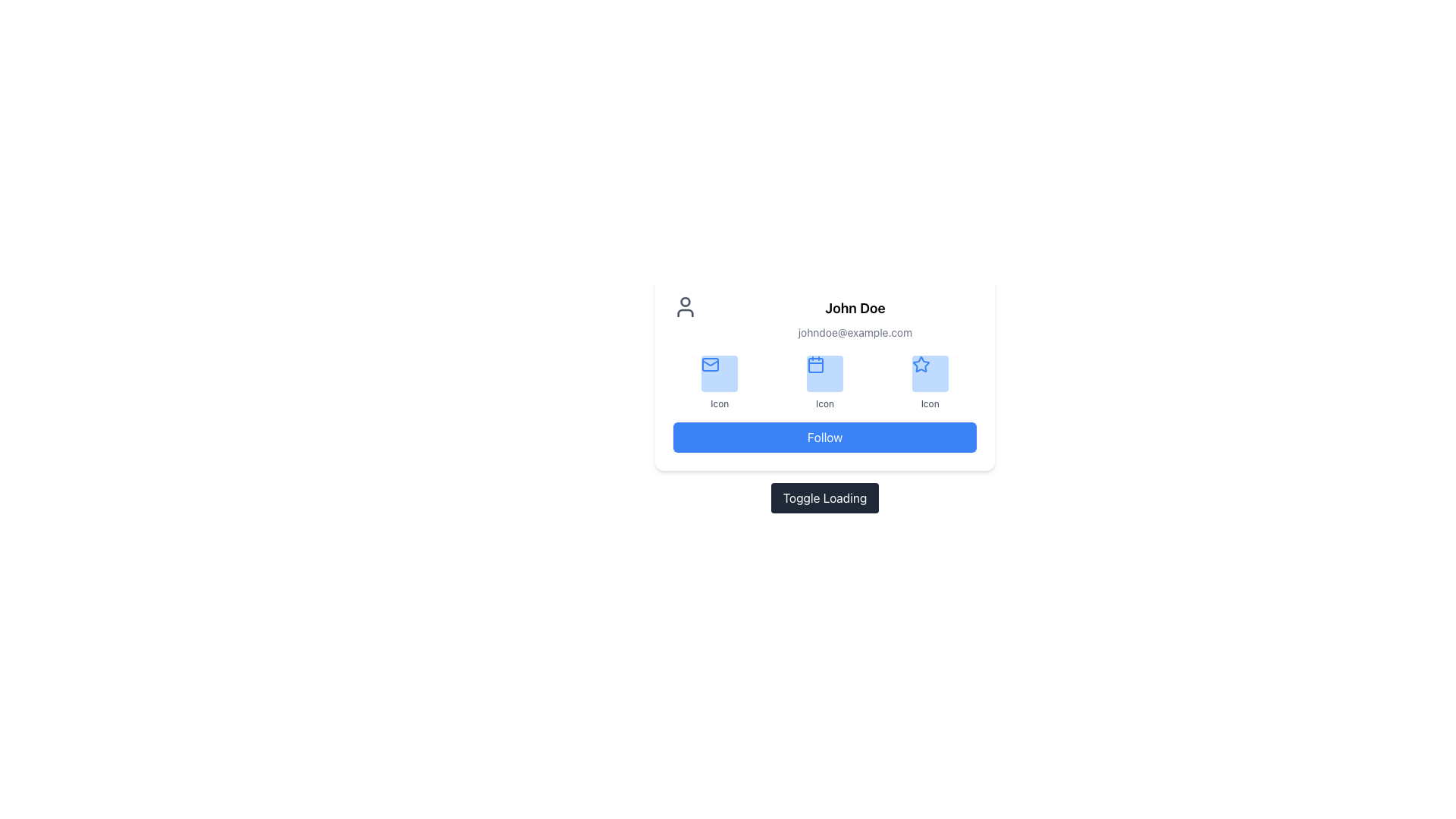 The image size is (1456, 819). What do you see at coordinates (719, 403) in the screenshot?
I see `the text label that contains the word 'Icon' in gray color, located below the blue button with a mail icon` at bounding box center [719, 403].